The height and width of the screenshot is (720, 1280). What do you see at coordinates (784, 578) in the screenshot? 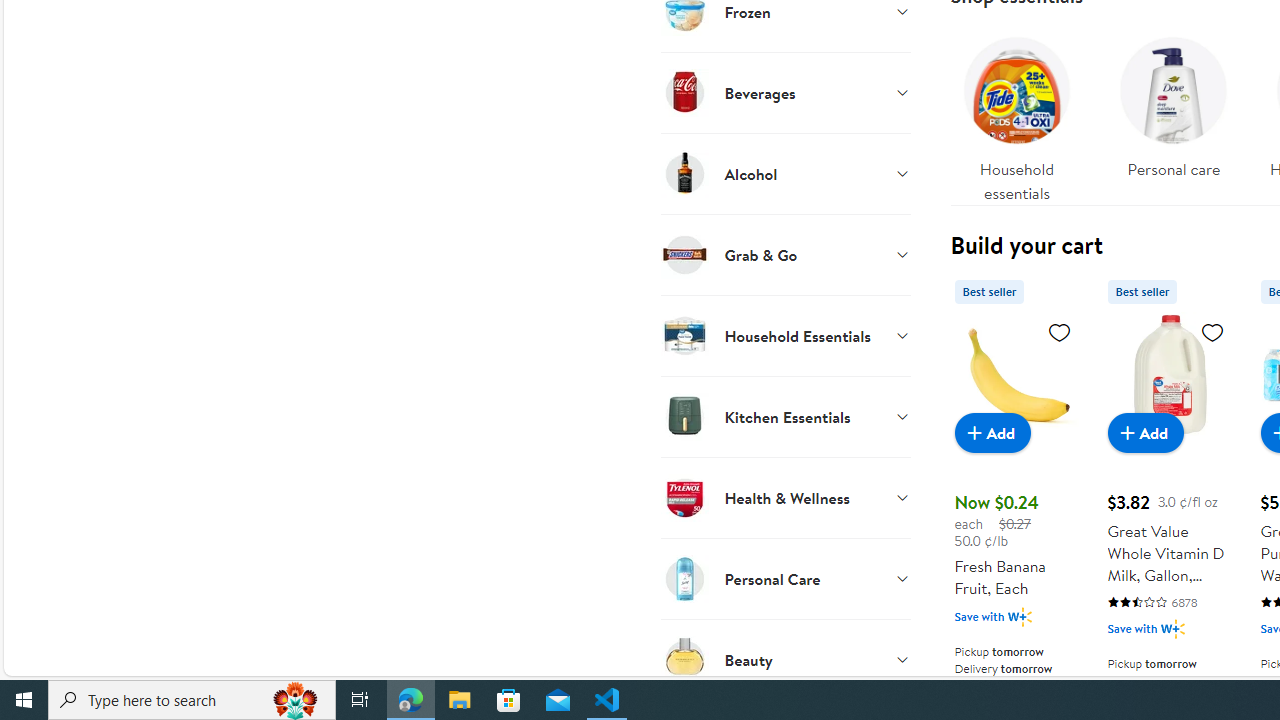
I see `'Personal Care'` at bounding box center [784, 578].